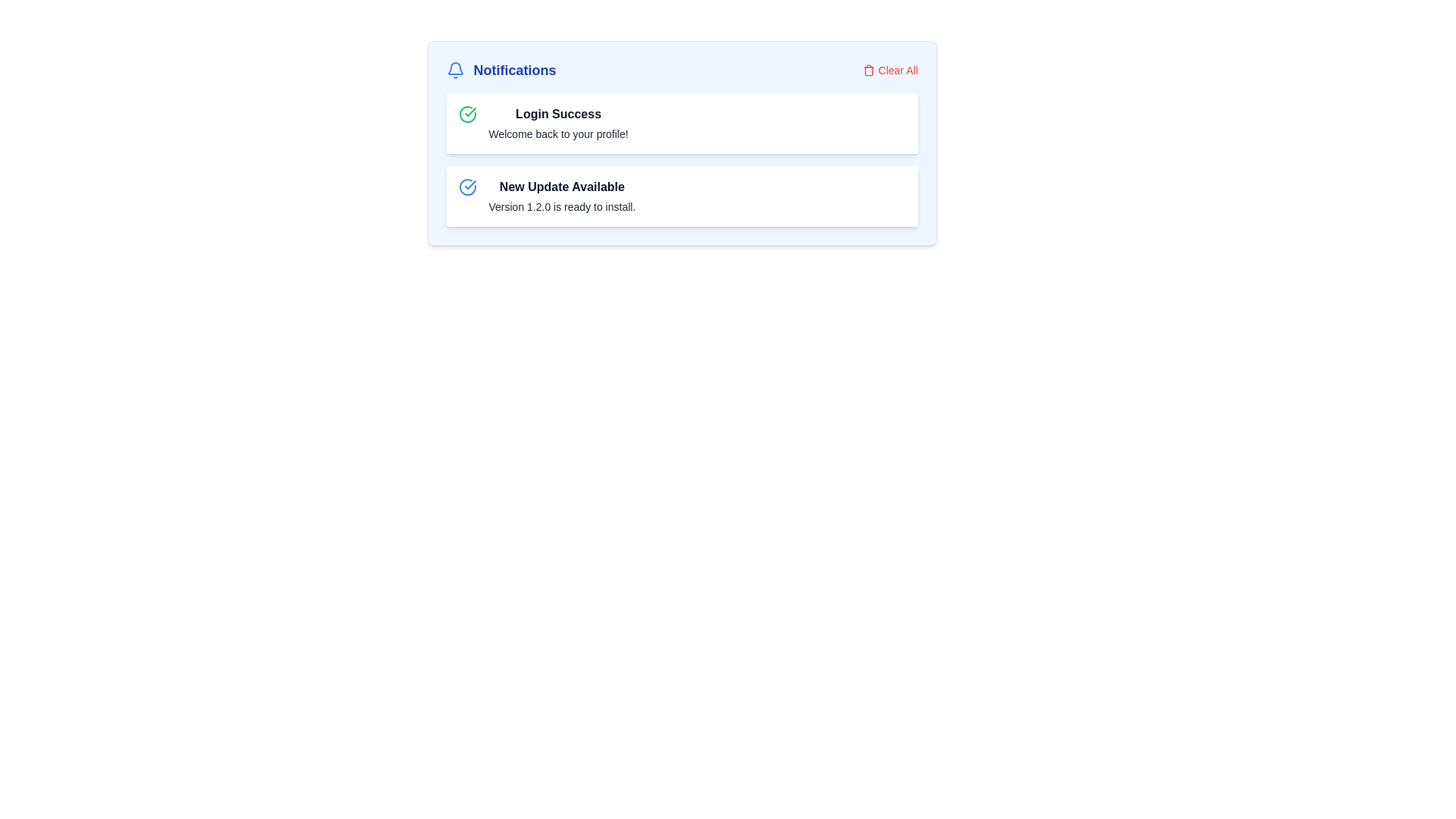  Describe the element at coordinates (466, 113) in the screenshot. I see `the leftmost SVG graphic indicating the successful status of the 'Login Success' notification in the Notifications section` at that location.